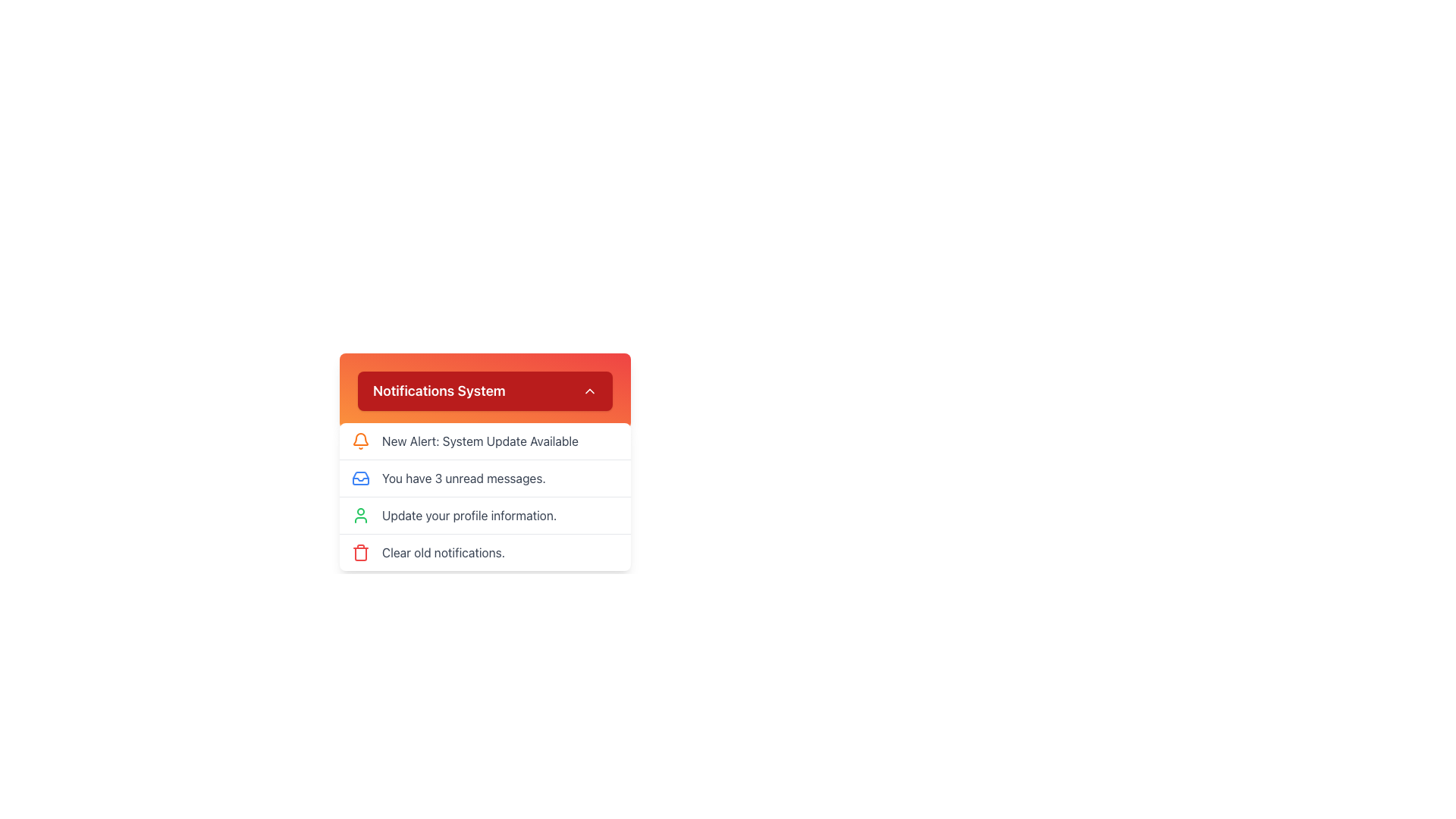  I want to click on the notification text label displaying 'New Alert: System Update Available', which is styled boldly and is the first entry in the notification dropdown menu, located to the right of an orange bell icon, so click(479, 441).